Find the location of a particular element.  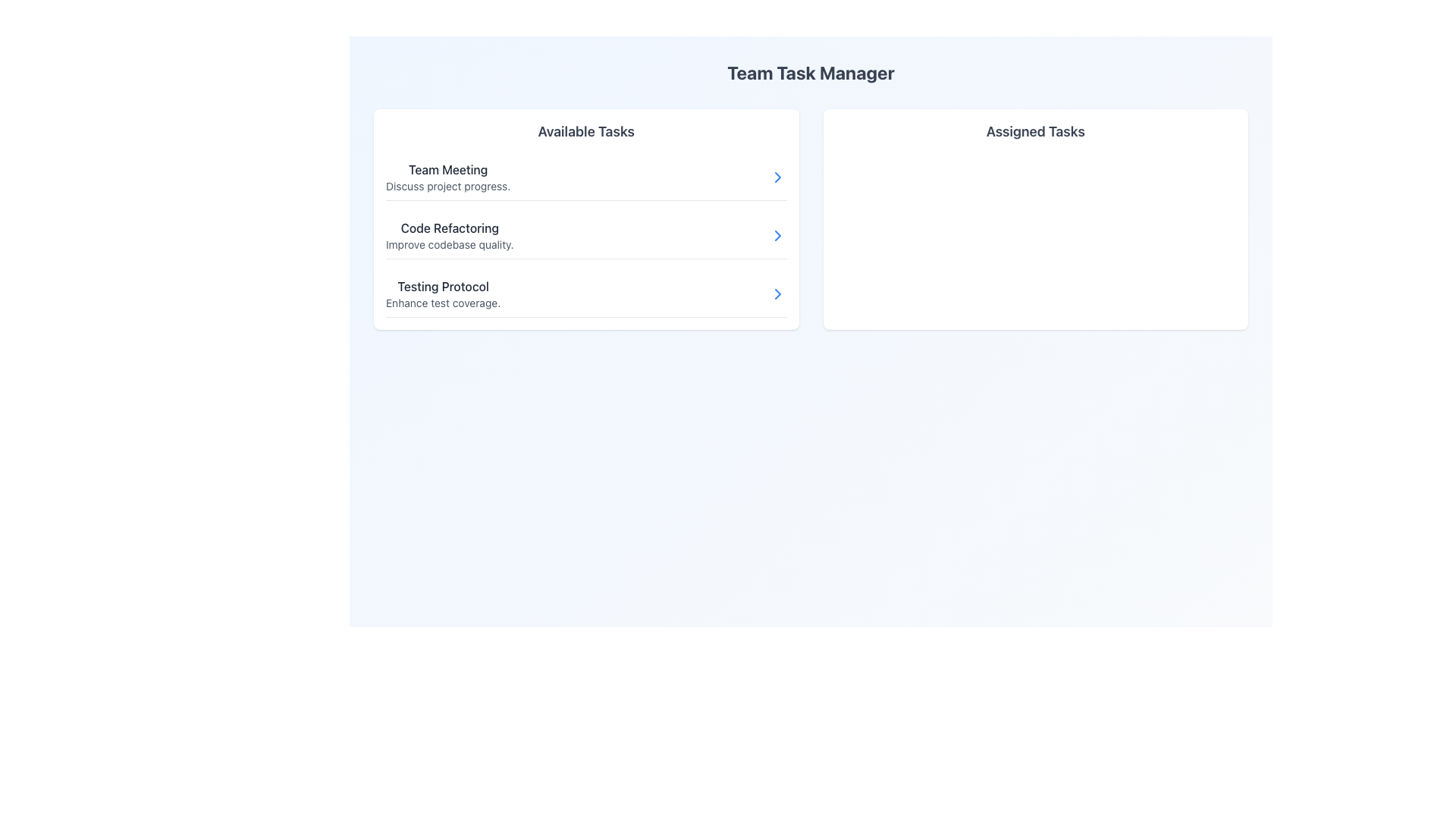

the textual heading element displaying 'Available Tasks', styled in bold and larger font, located at the top of a white rounded-rectangle card on the left side of the interface is located at coordinates (585, 130).